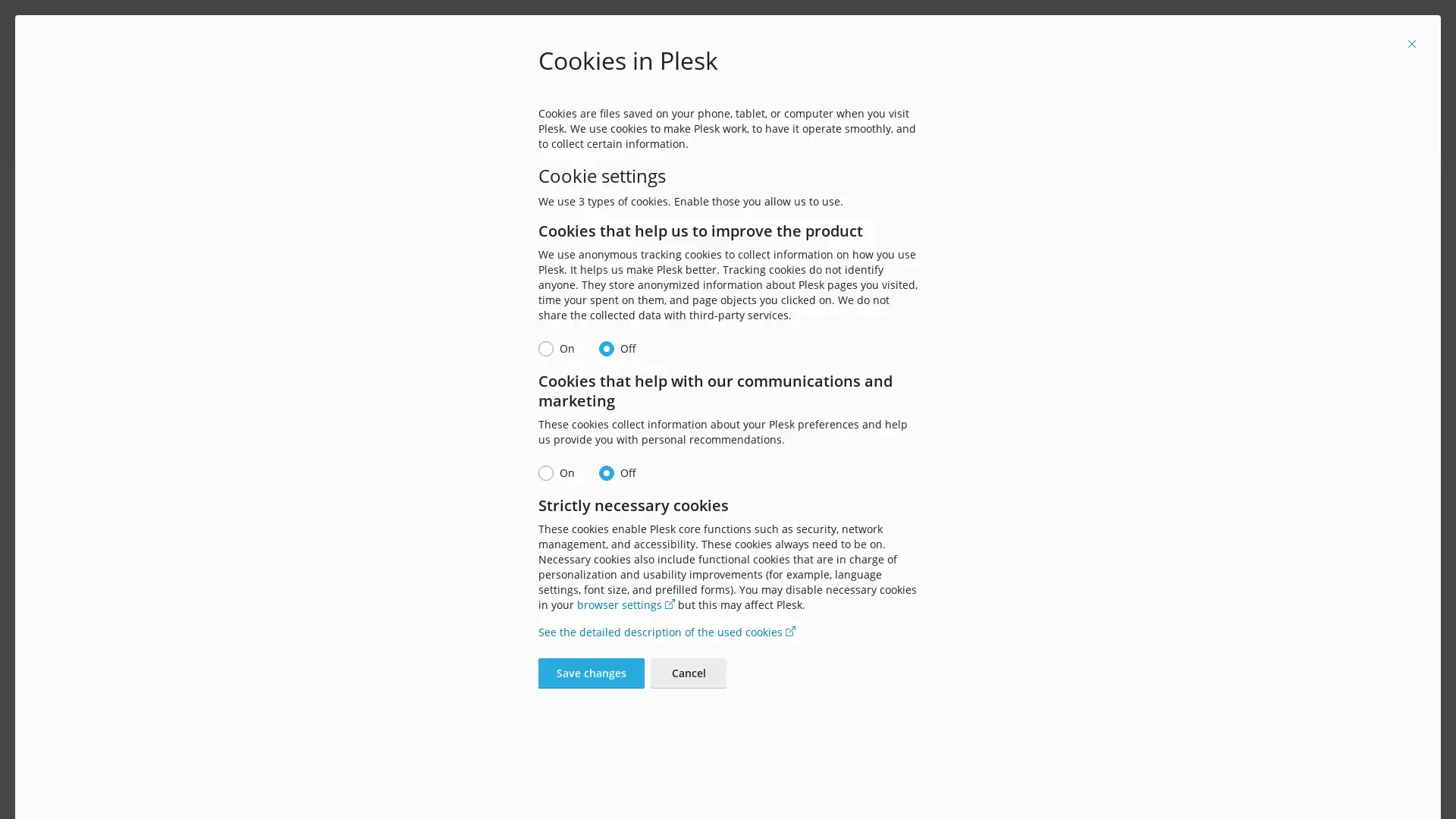 This screenshot has height=819, width=1456. Describe the element at coordinates (679, 130) in the screenshot. I see `Accept necessary cookies` at that location.